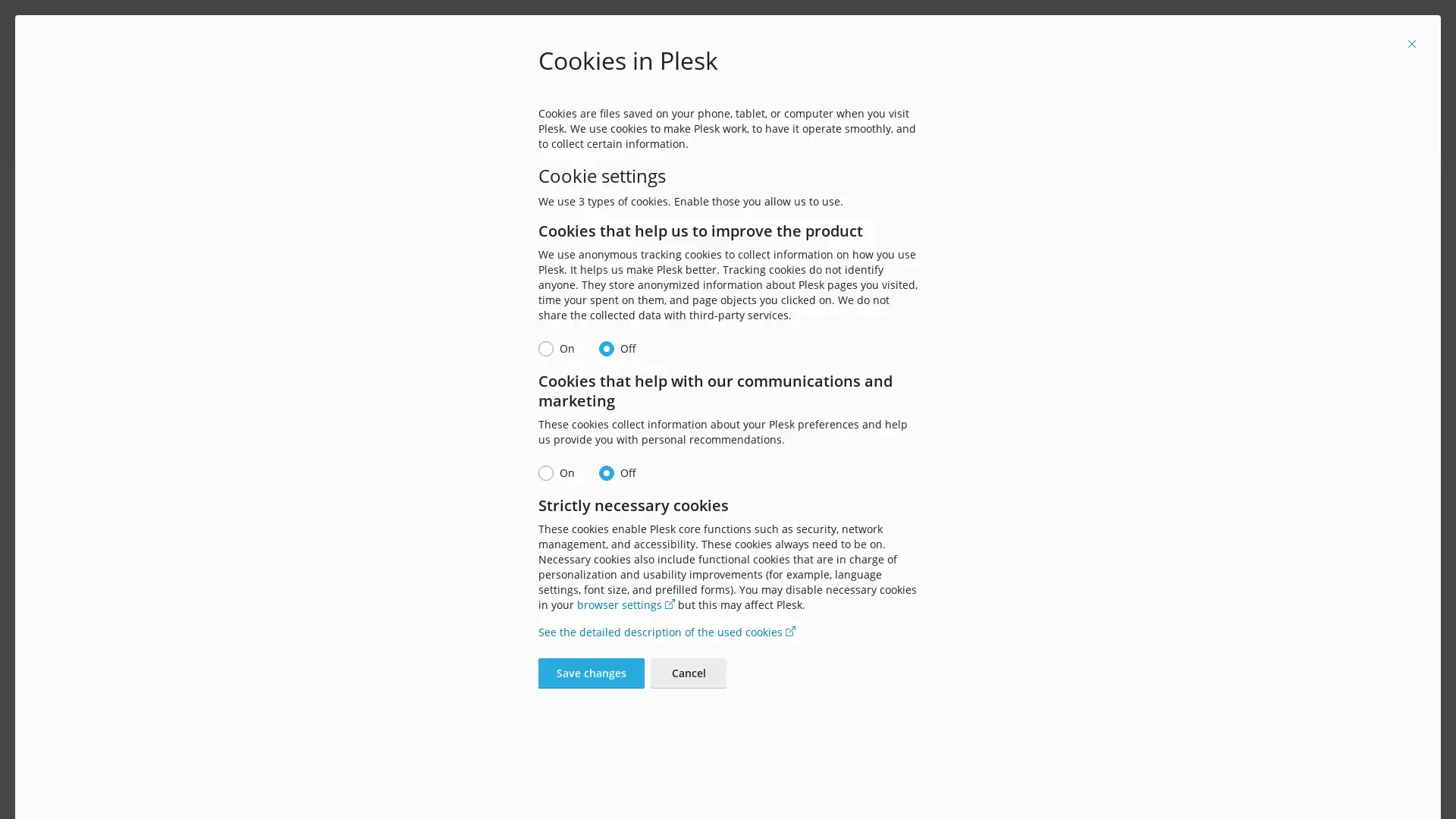 This screenshot has height=819, width=1456. Describe the element at coordinates (679, 130) in the screenshot. I see `Accept necessary cookies` at that location.